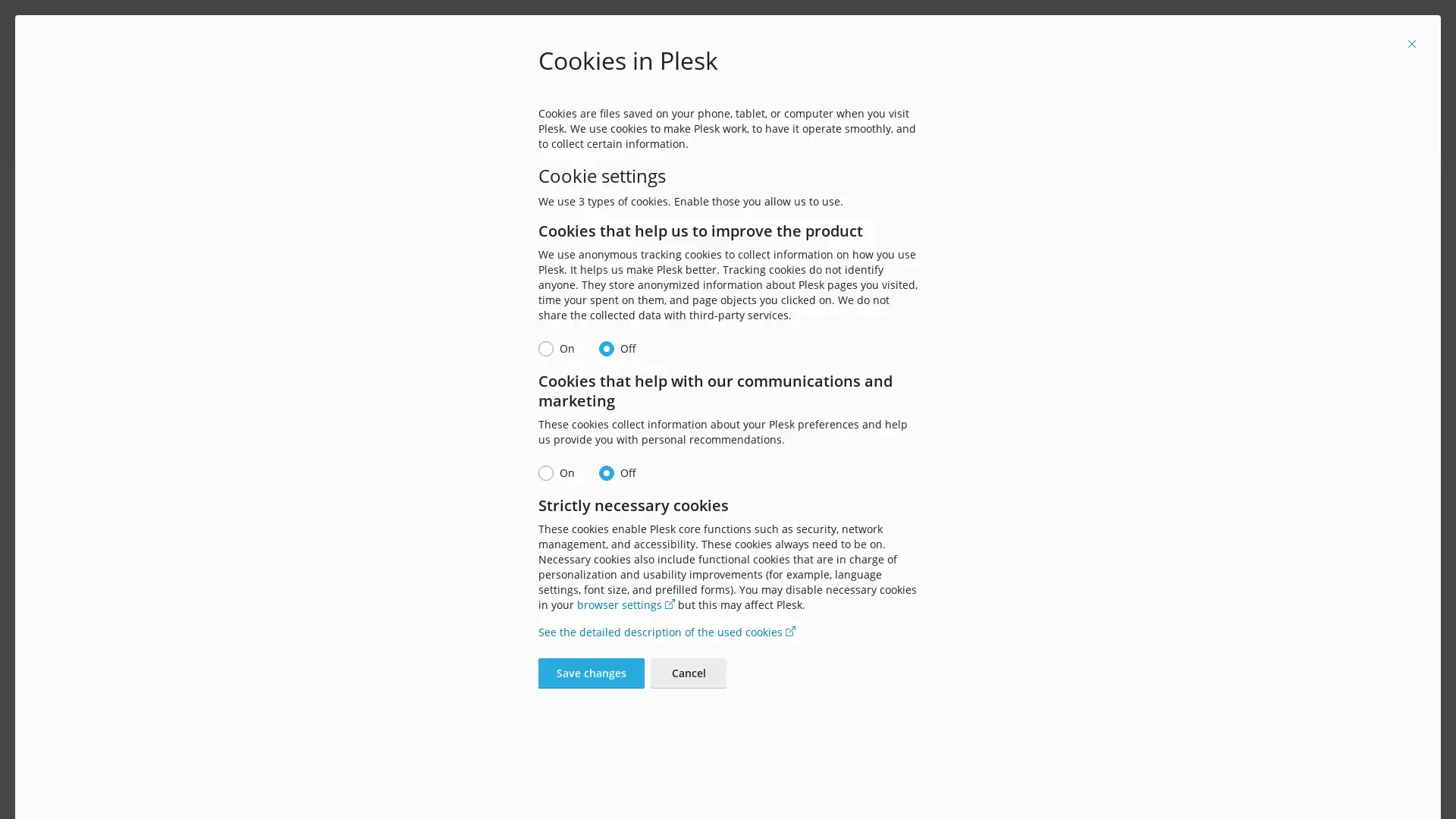 This screenshot has height=819, width=1456. Describe the element at coordinates (679, 130) in the screenshot. I see `Accept necessary cookies` at that location.